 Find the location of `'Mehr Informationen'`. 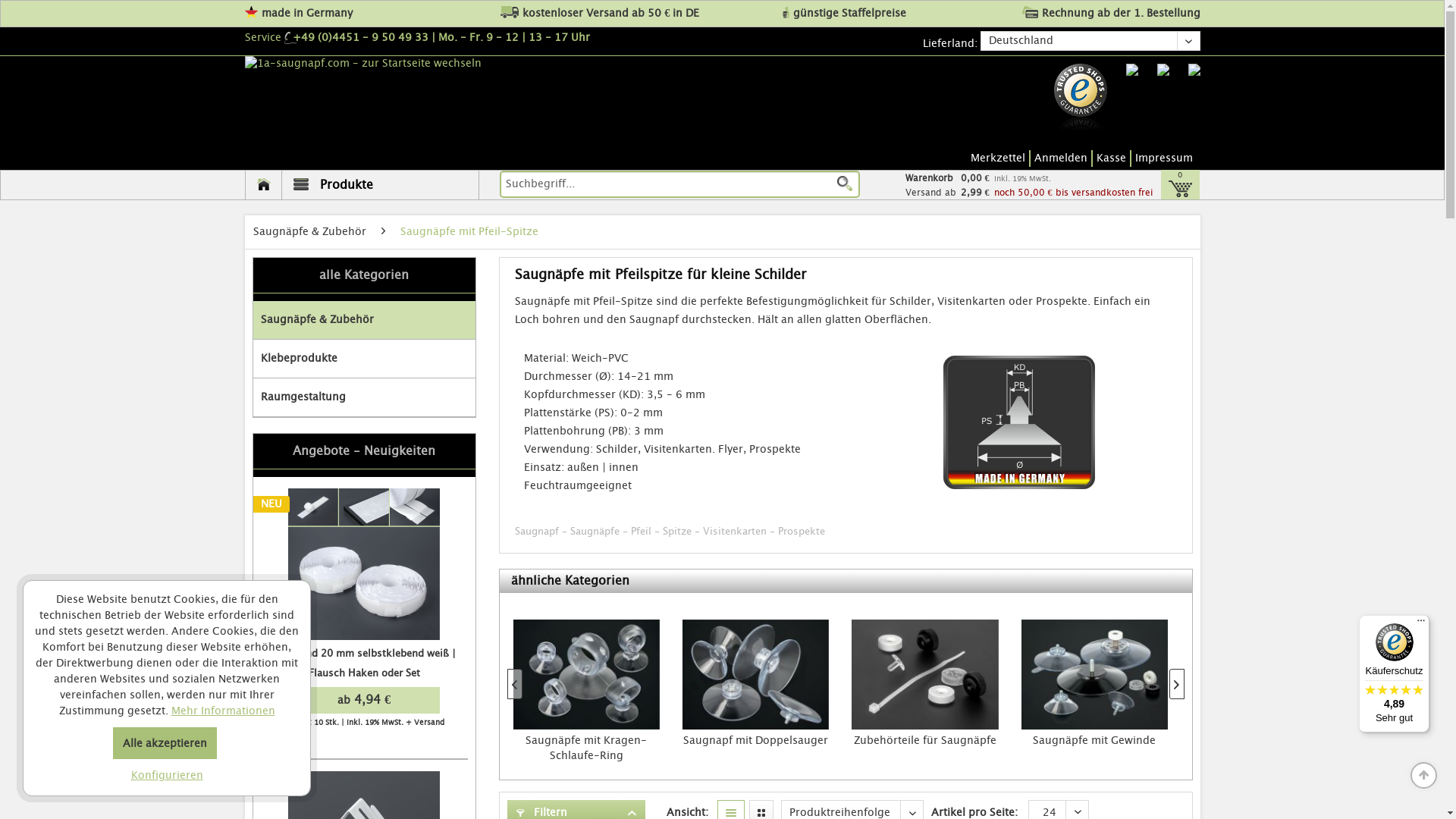

'Mehr Informationen' is located at coordinates (171, 711).